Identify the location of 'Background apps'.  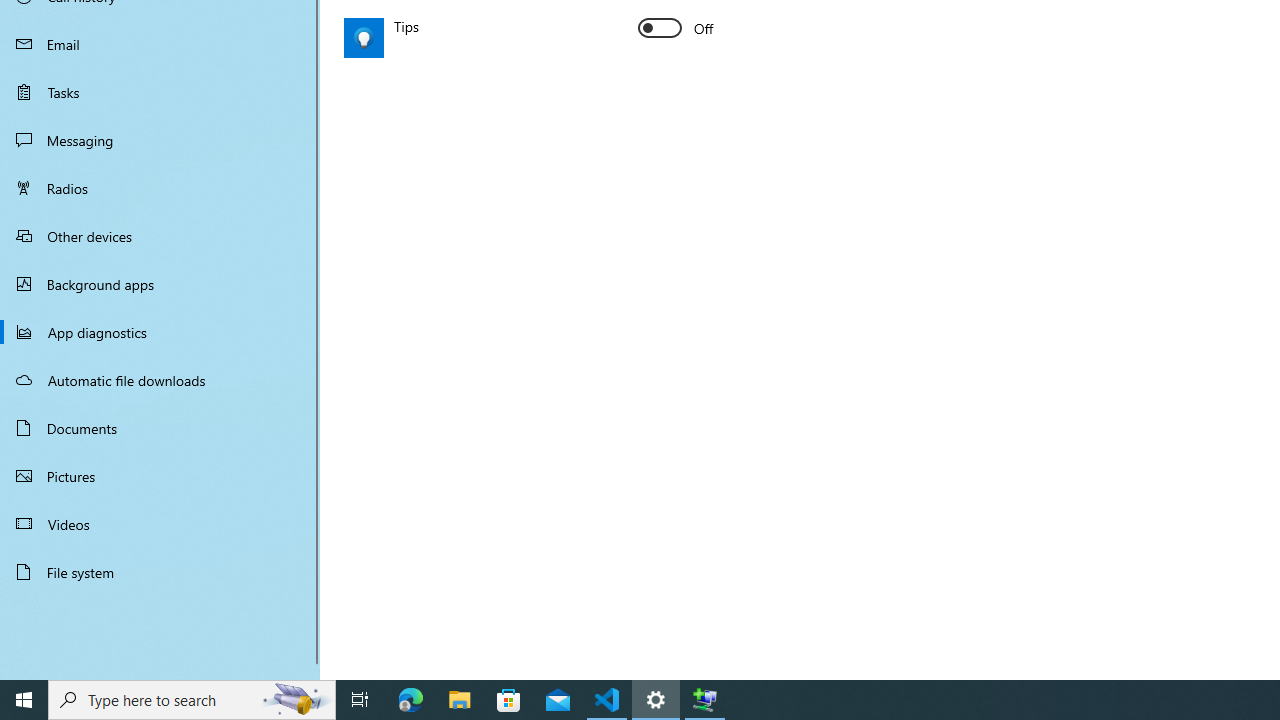
(160, 284).